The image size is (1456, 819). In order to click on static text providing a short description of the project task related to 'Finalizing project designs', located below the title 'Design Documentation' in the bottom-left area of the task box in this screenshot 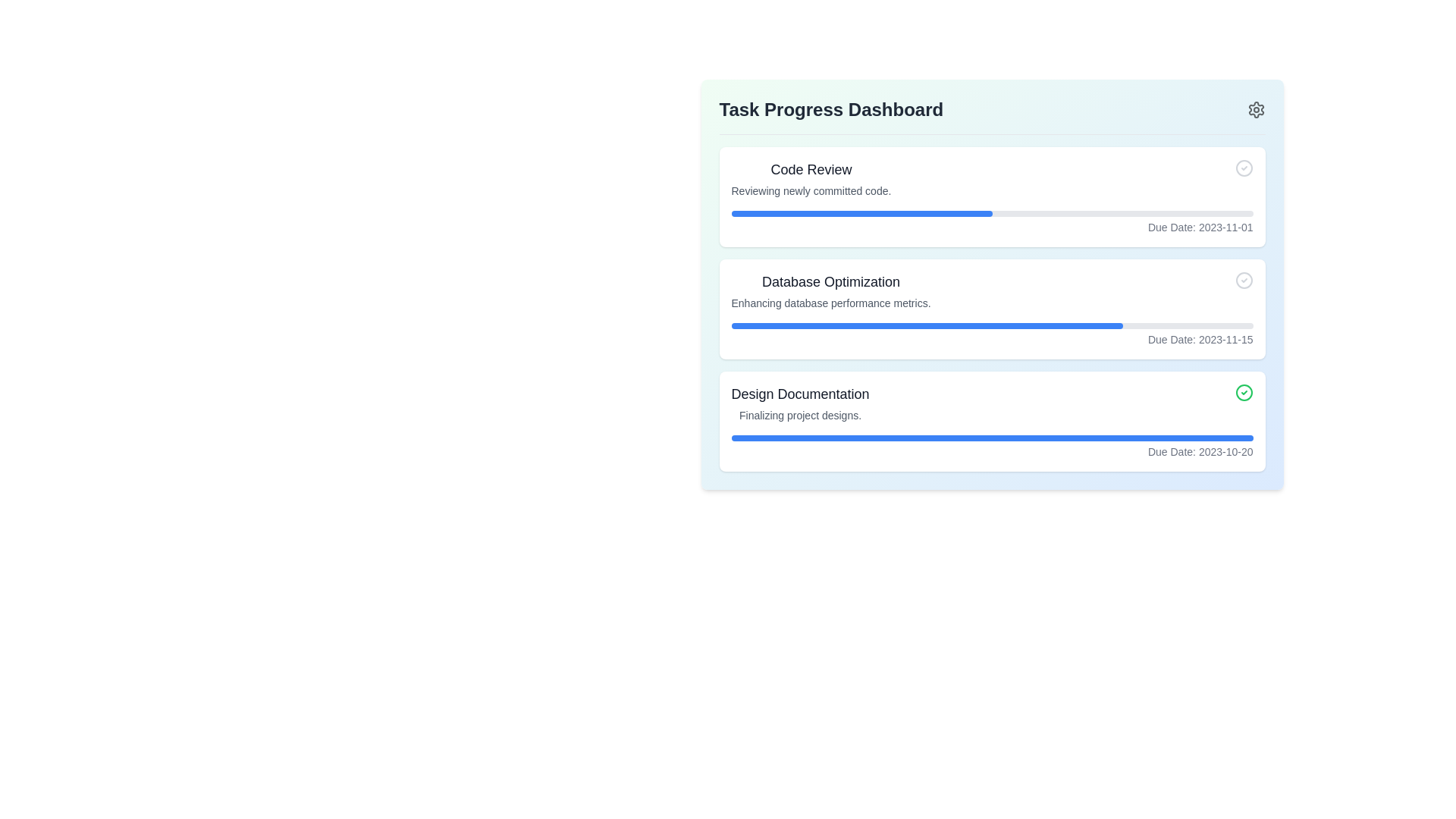, I will do `click(799, 415)`.